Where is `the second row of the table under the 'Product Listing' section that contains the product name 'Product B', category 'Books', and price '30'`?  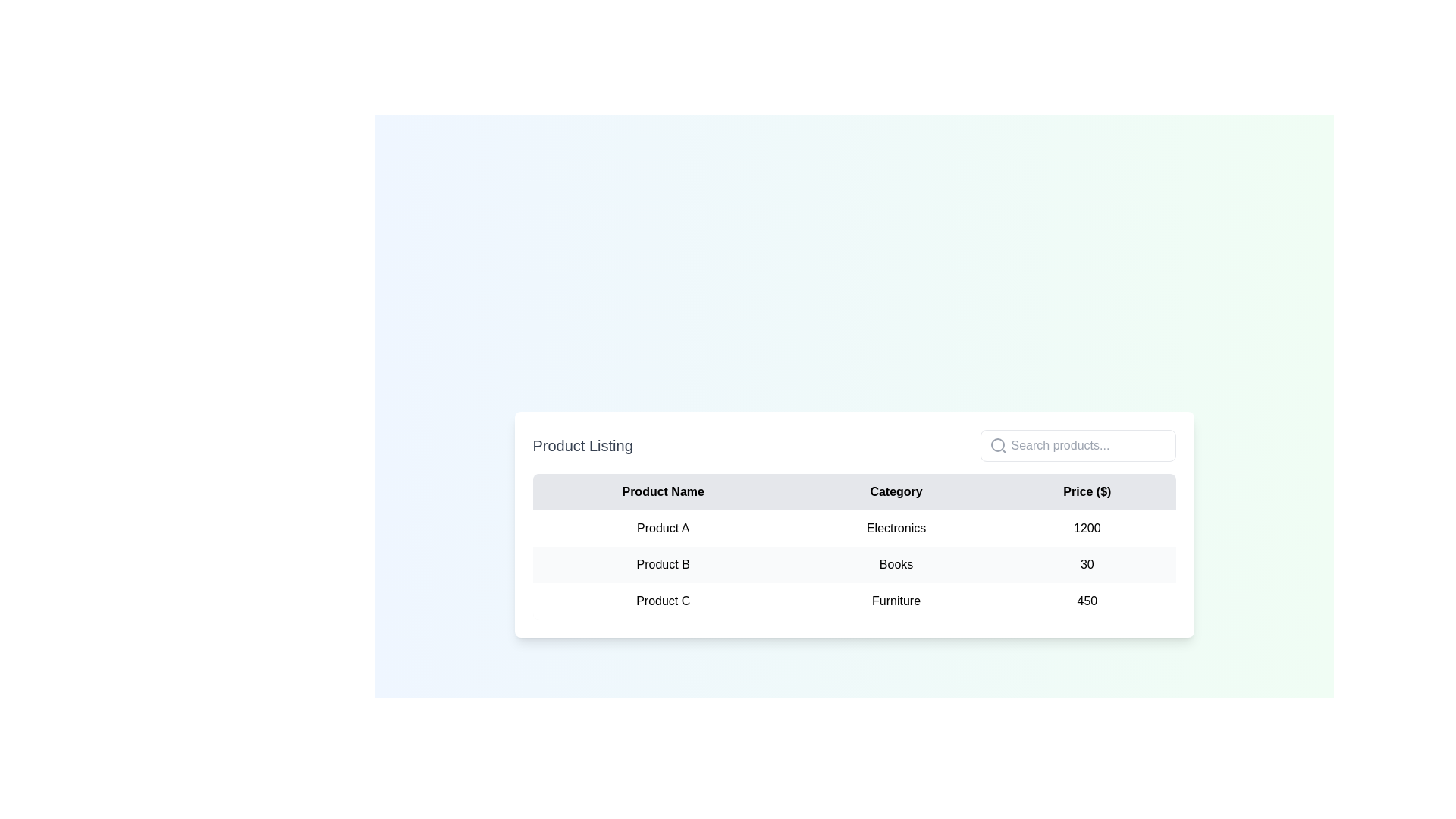
the second row of the table under the 'Product Listing' section that contains the product name 'Product B', category 'Books', and price '30' is located at coordinates (854, 564).